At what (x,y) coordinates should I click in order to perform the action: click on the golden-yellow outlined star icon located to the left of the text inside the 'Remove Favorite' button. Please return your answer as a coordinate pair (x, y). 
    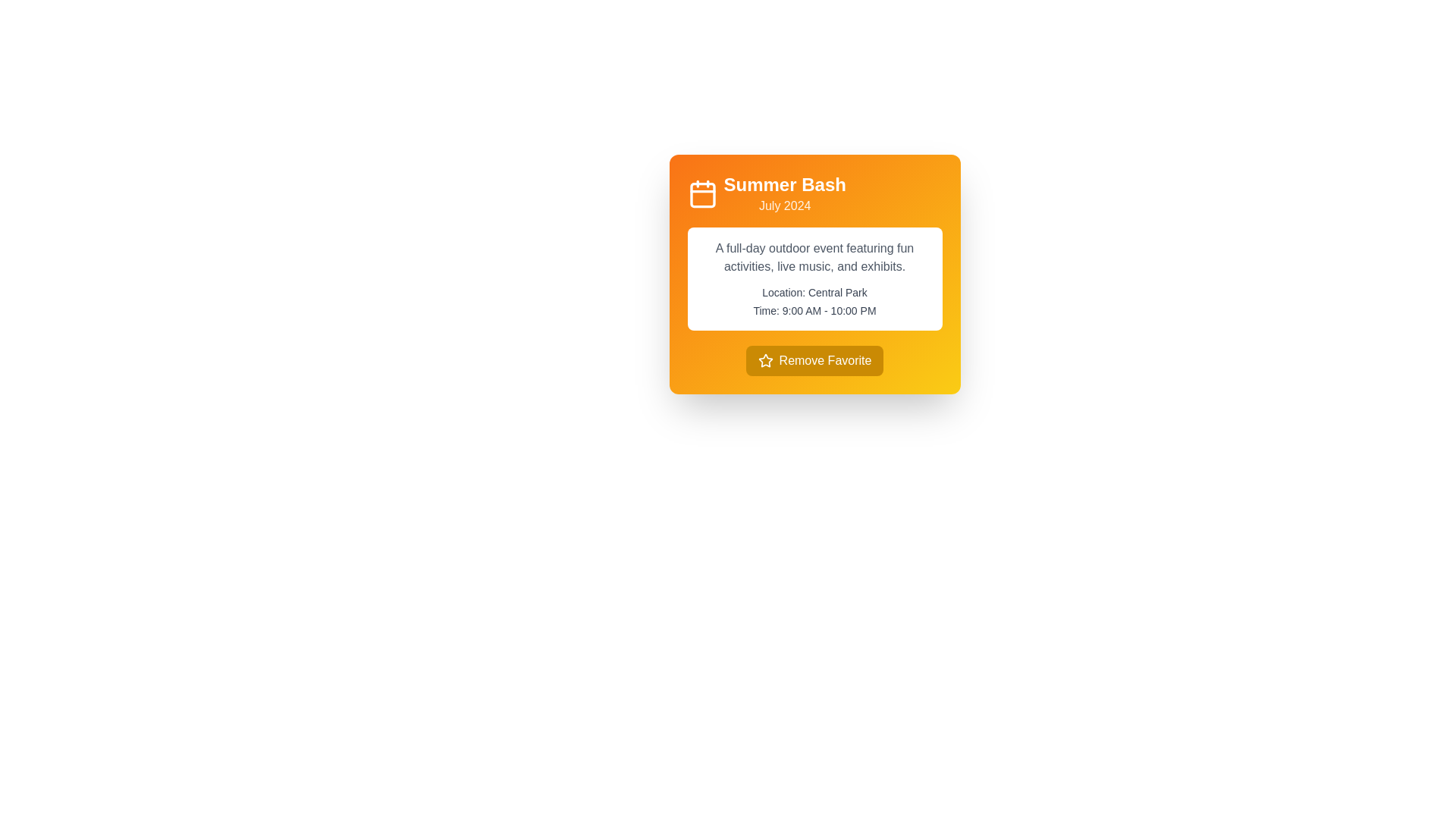
    Looking at the image, I should click on (765, 360).